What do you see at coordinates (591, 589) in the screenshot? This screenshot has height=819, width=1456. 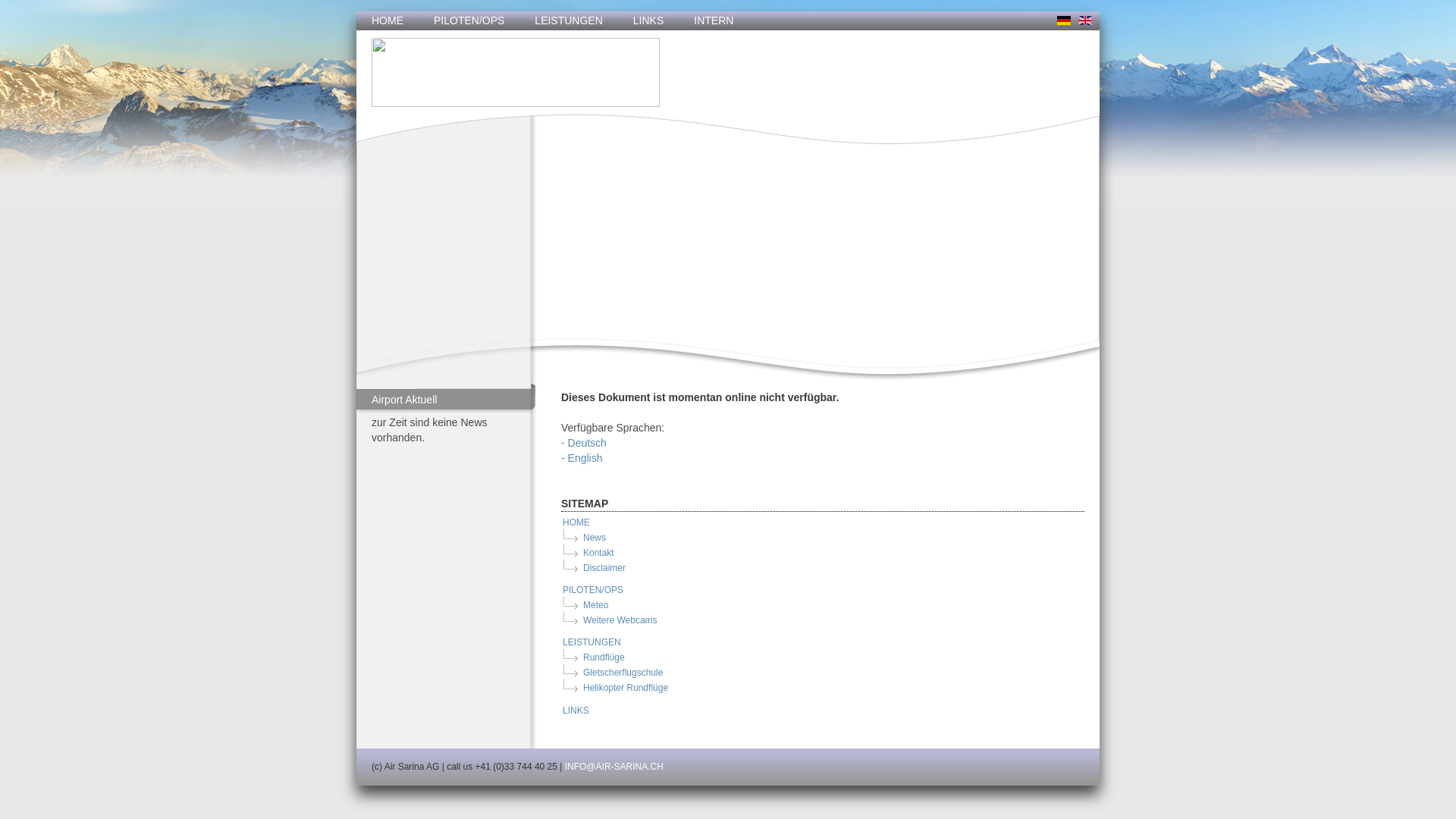 I see `'PILOTEN/OPS'` at bounding box center [591, 589].